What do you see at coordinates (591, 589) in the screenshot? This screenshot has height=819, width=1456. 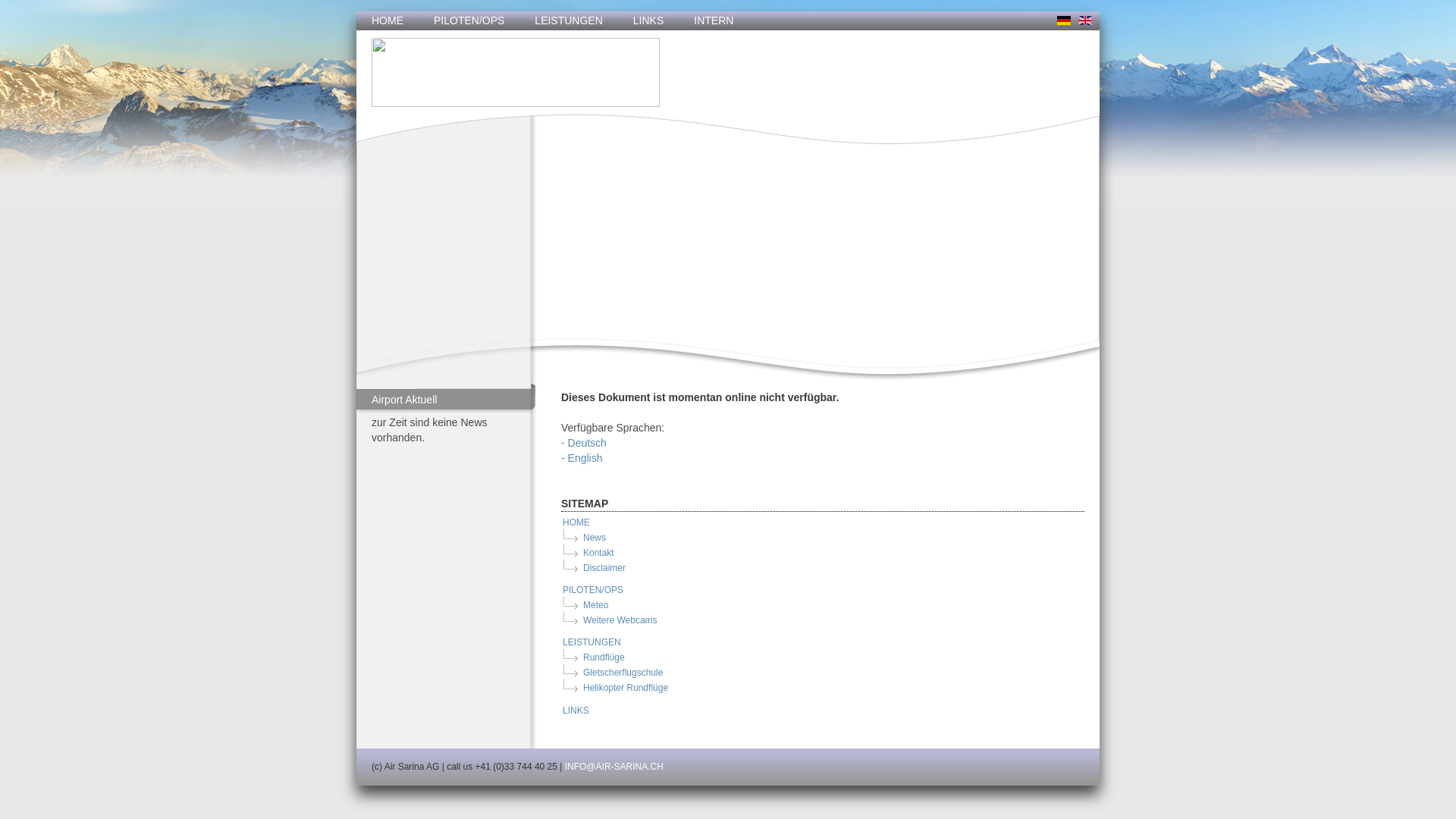 I see `'PILOTEN/OPS'` at bounding box center [591, 589].